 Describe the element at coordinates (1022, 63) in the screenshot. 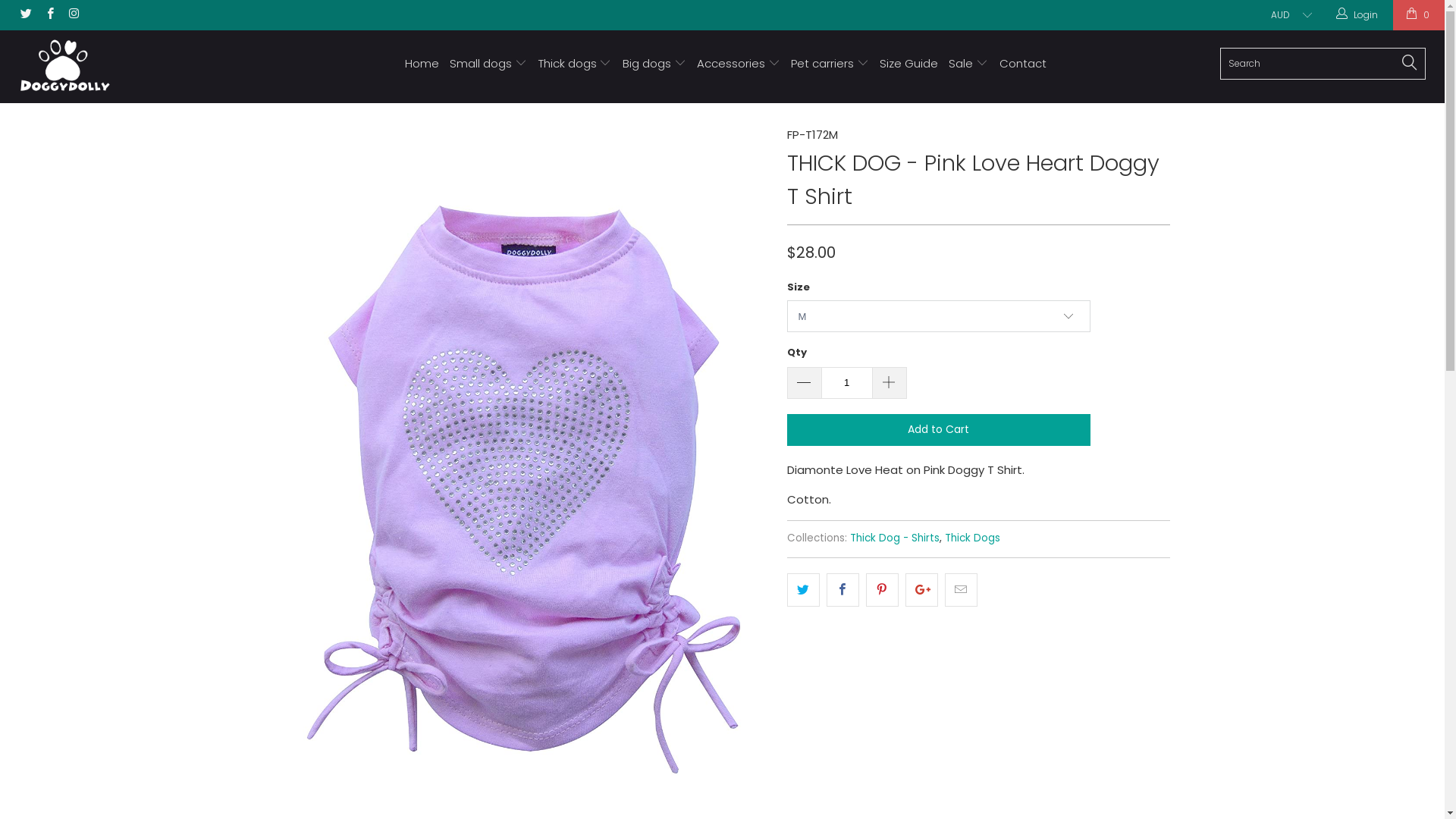

I see `'Contact'` at that location.